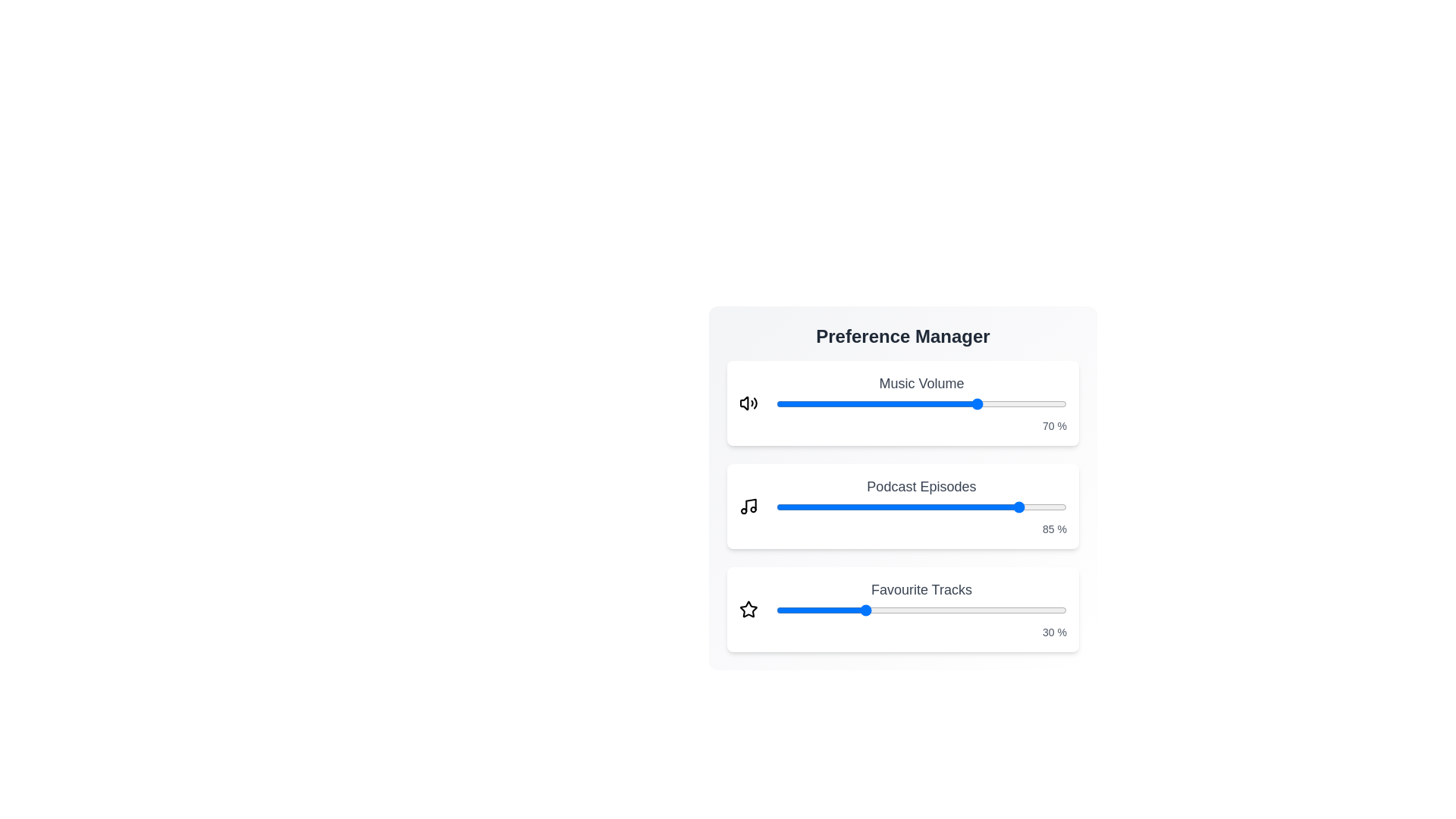 This screenshot has height=819, width=1456. What do you see at coordinates (782, 403) in the screenshot?
I see `the slider for Music Volume to 2%` at bounding box center [782, 403].